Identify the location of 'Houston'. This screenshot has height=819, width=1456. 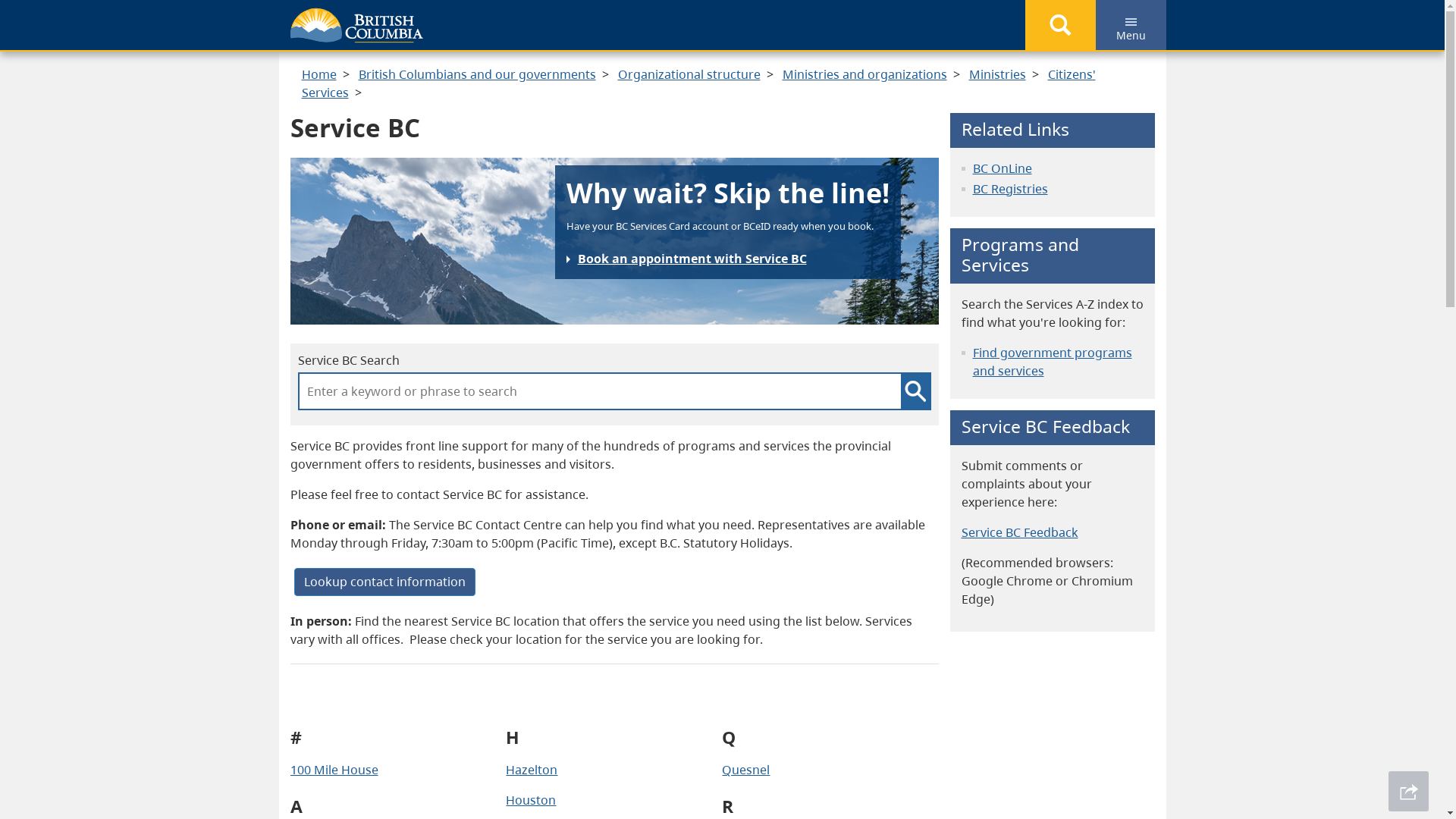
(506, 799).